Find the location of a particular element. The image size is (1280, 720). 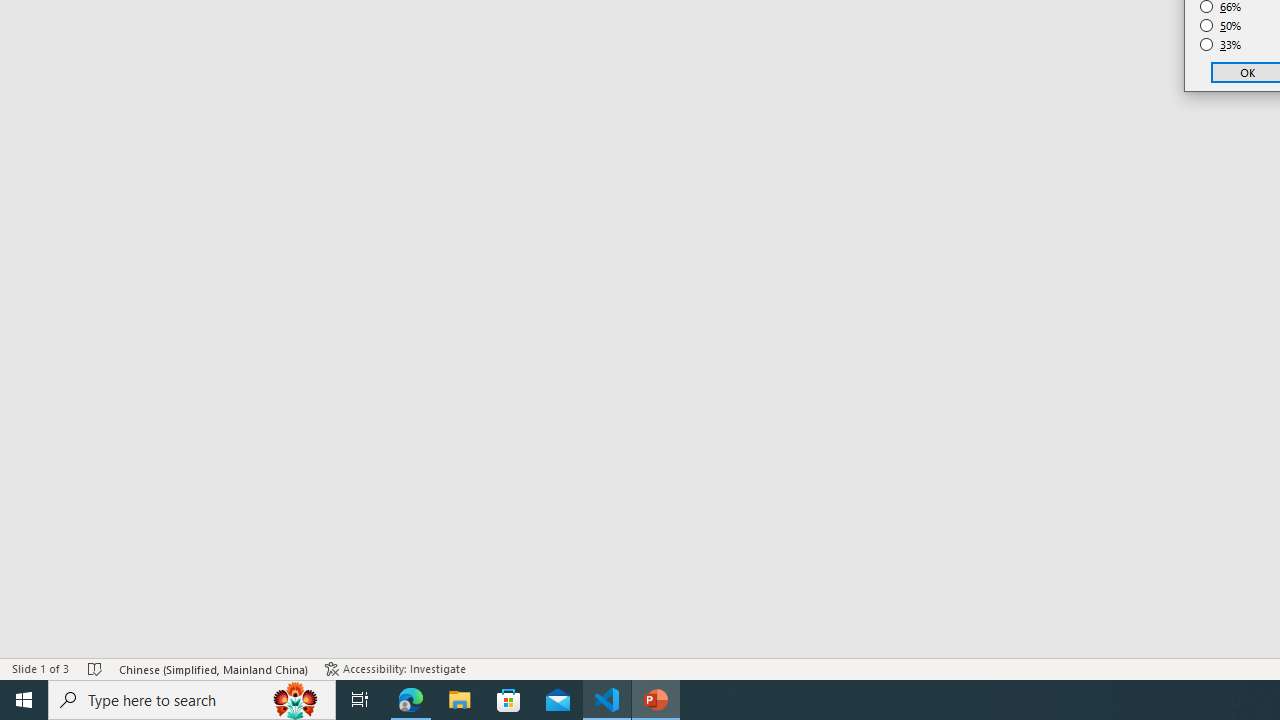

'50%' is located at coordinates (1220, 25).